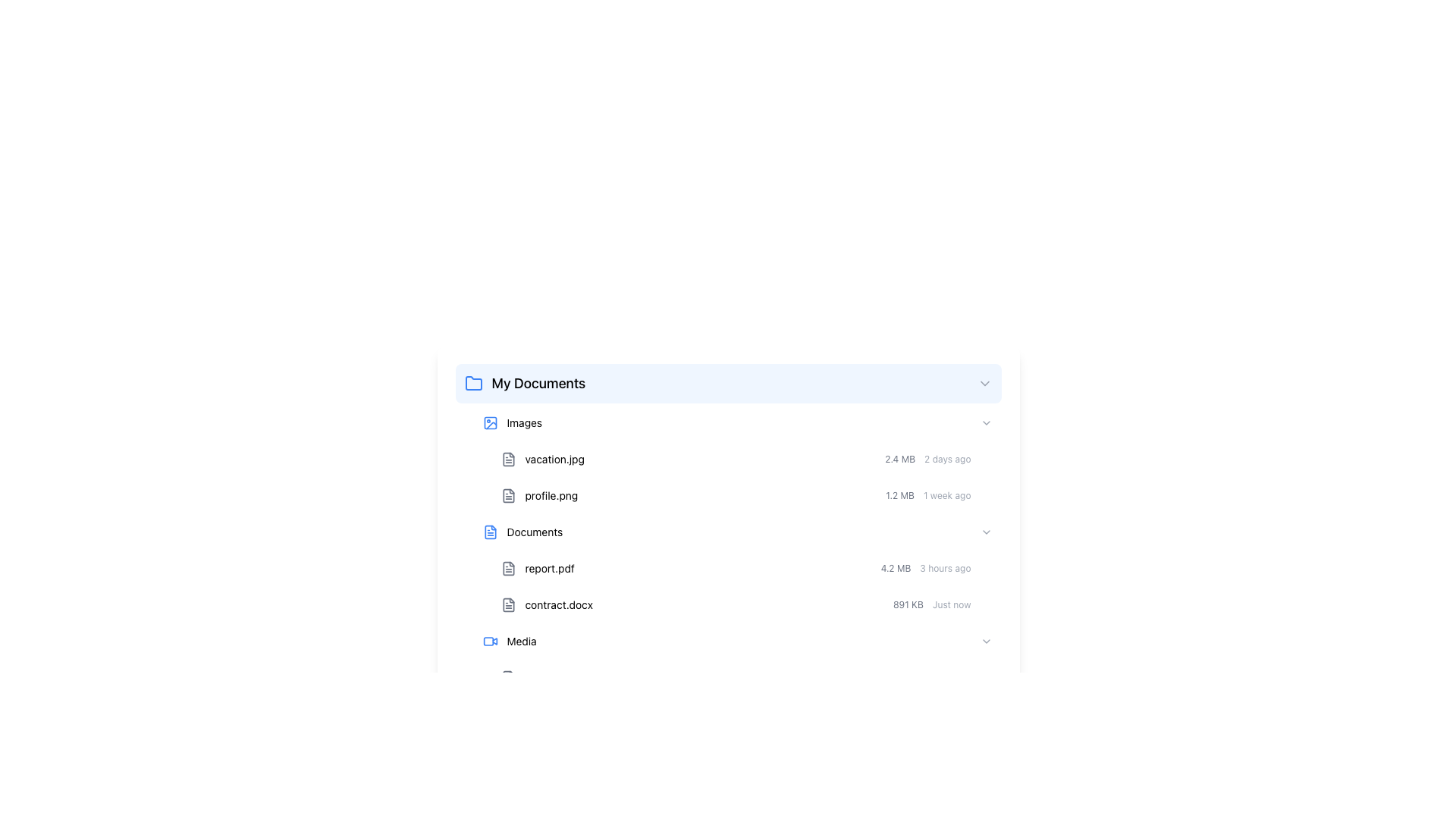 The width and height of the screenshot is (1456, 819). I want to click on text of the label displaying 'profile.png', which is located in the 'Images' section of the file list, positioned to the right of its corresponding icon, so click(551, 496).